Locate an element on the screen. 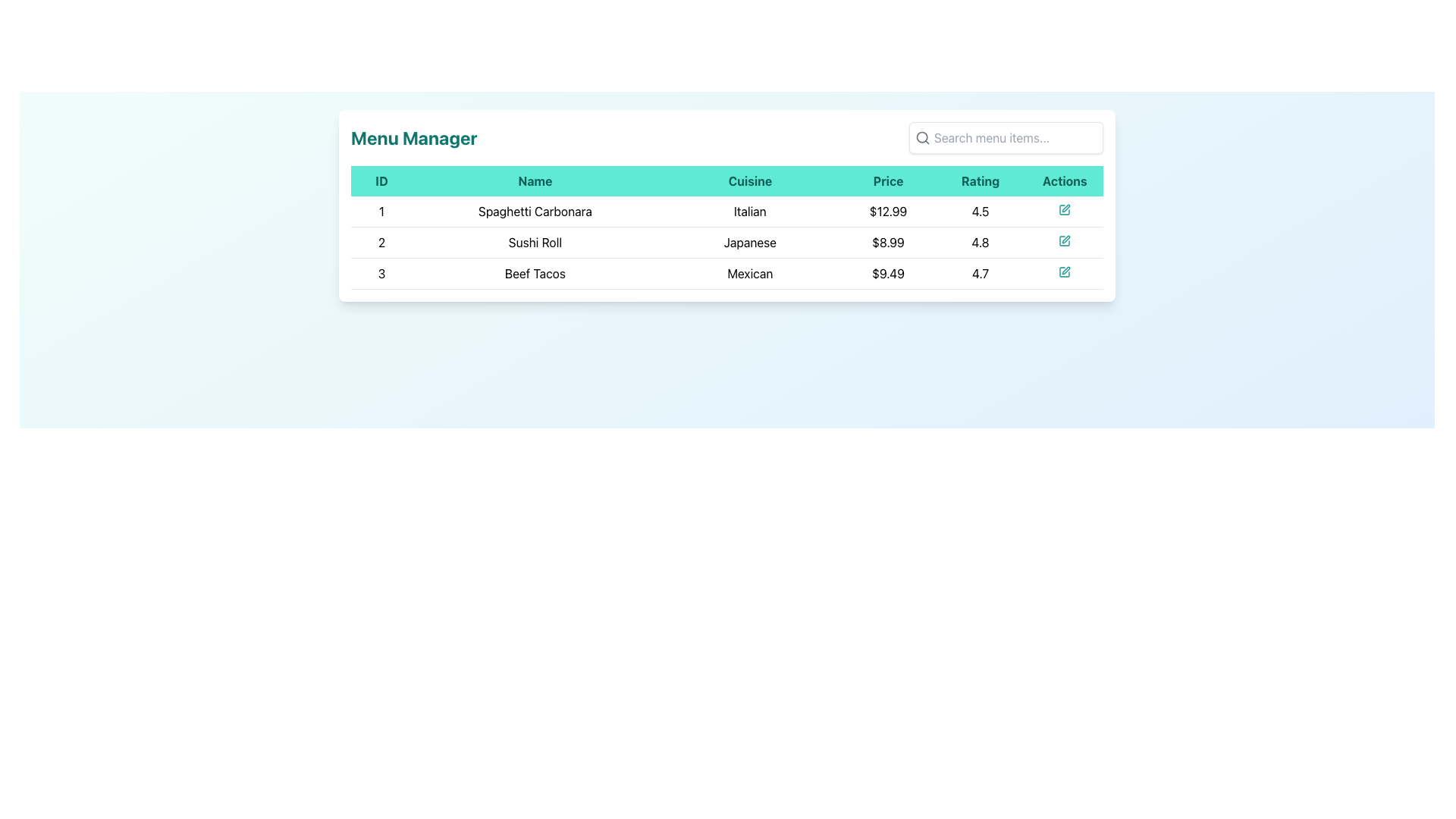 This screenshot has width=1456, height=819. the static text label displaying the monetary value '$12.99', which is located in the fourth column of the first row of the table, adjacent to 'Italian' on the left and '4.5' on the right is located at coordinates (888, 212).